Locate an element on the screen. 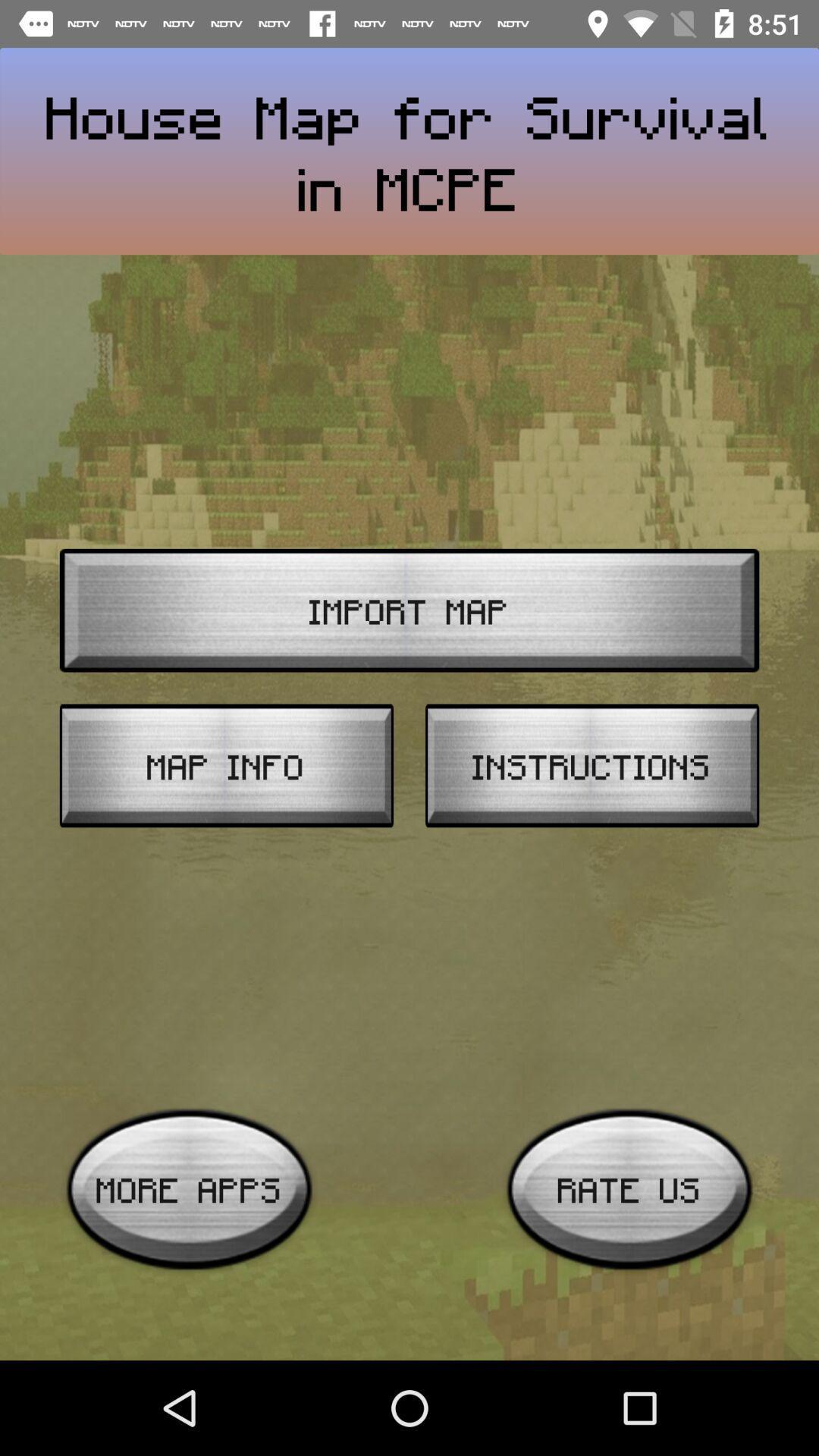 The image size is (819, 1456). instructions is located at coordinates (591, 765).